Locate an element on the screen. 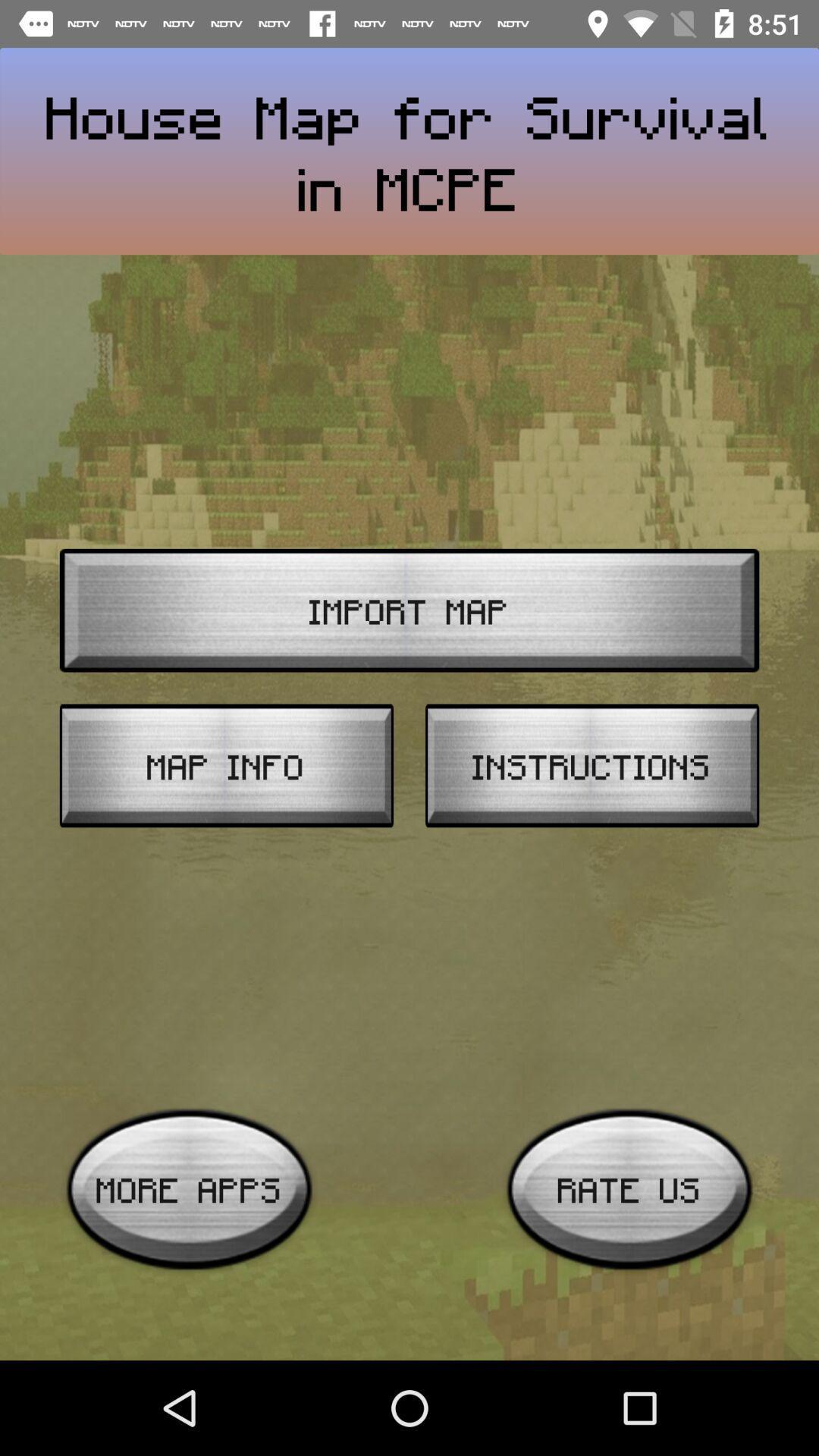 The image size is (819, 1456). instructions is located at coordinates (591, 765).